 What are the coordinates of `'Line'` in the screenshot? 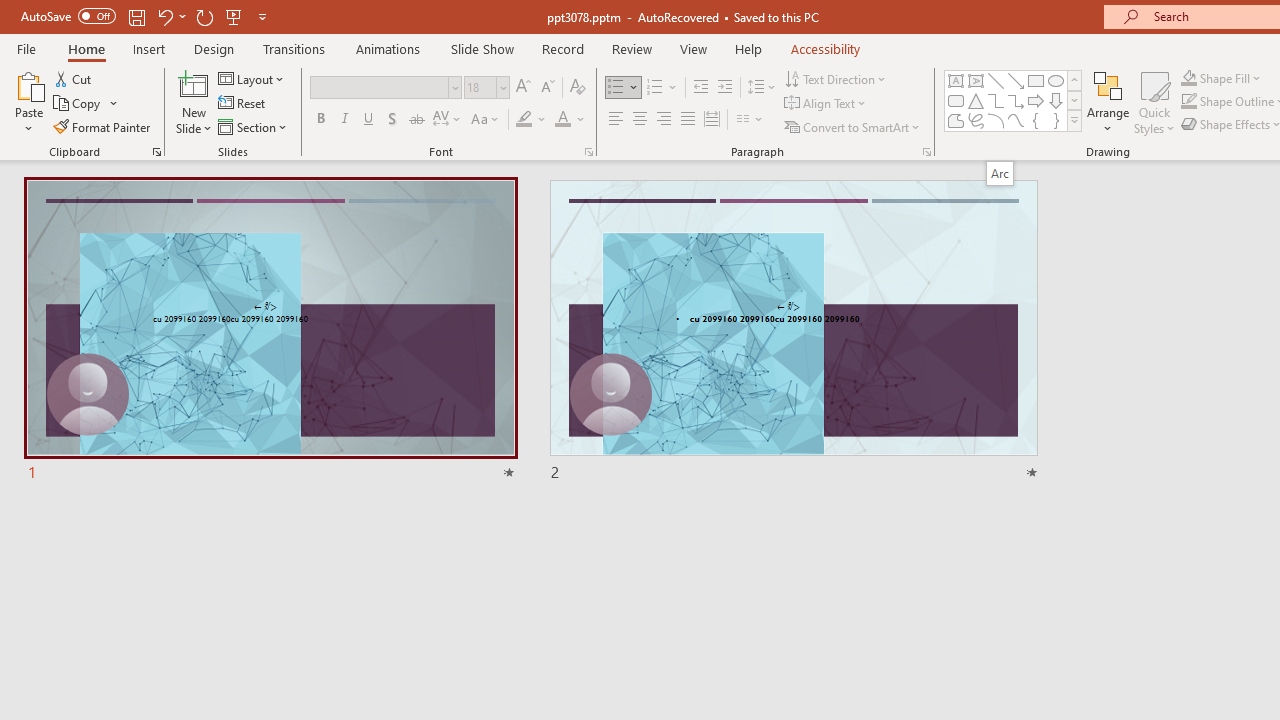 It's located at (995, 80).